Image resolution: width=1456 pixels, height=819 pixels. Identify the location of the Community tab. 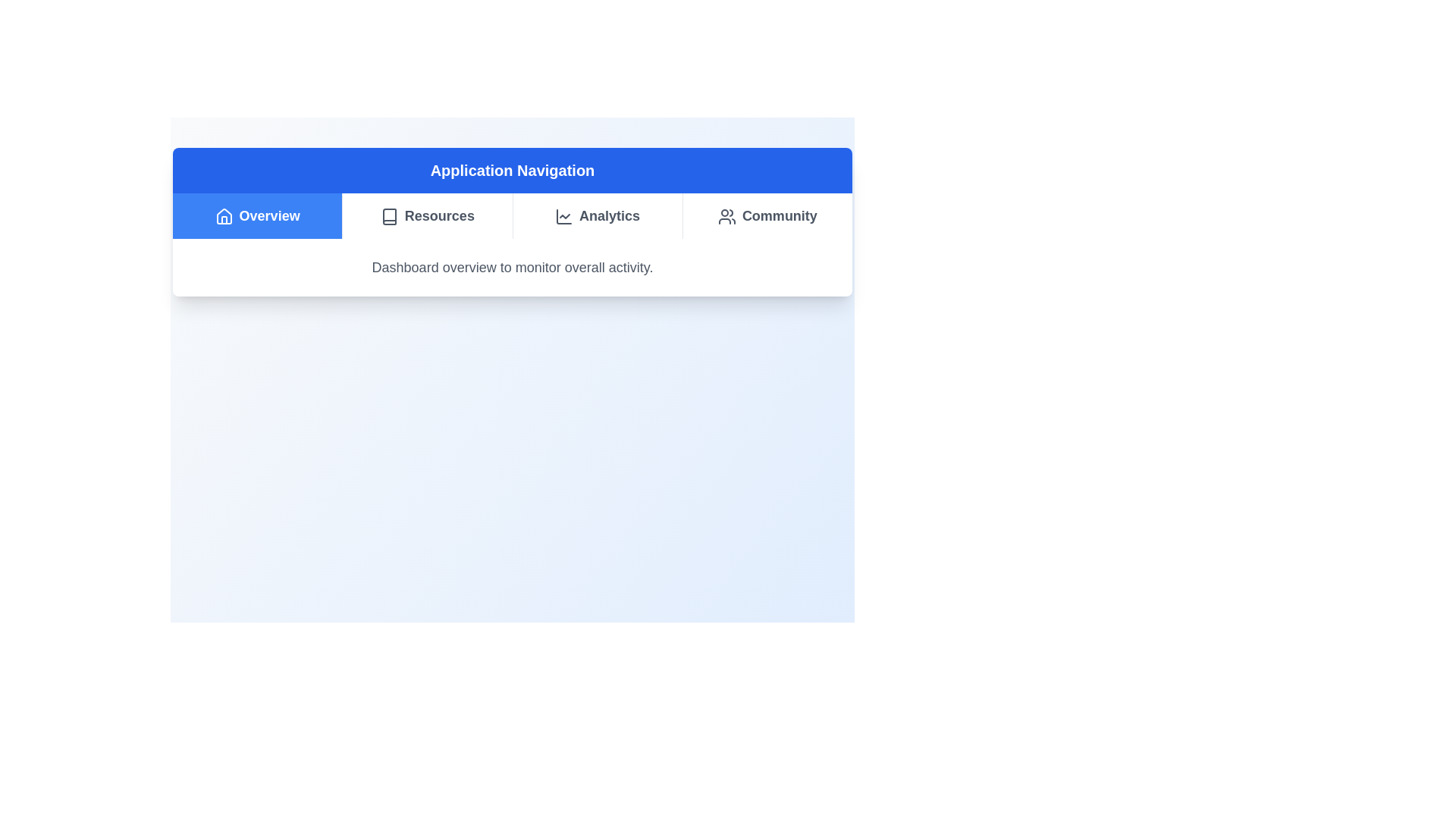
(767, 216).